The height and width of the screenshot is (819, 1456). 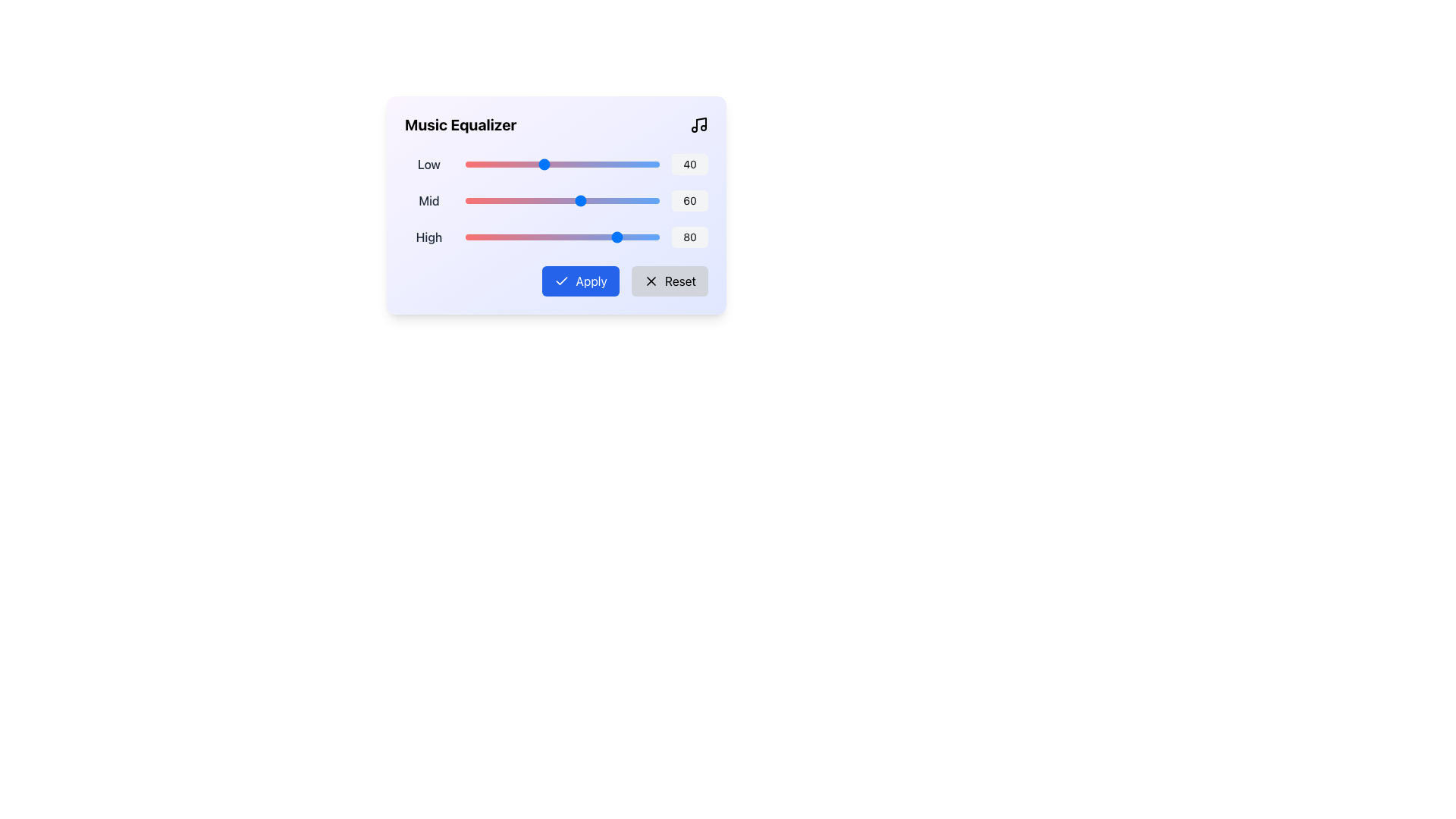 What do you see at coordinates (689, 237) in the screenshot?
I see `the numerical display label that shows the value 80, located at the far right end of the 'High' slider bar` at bounding box center [689, 237].